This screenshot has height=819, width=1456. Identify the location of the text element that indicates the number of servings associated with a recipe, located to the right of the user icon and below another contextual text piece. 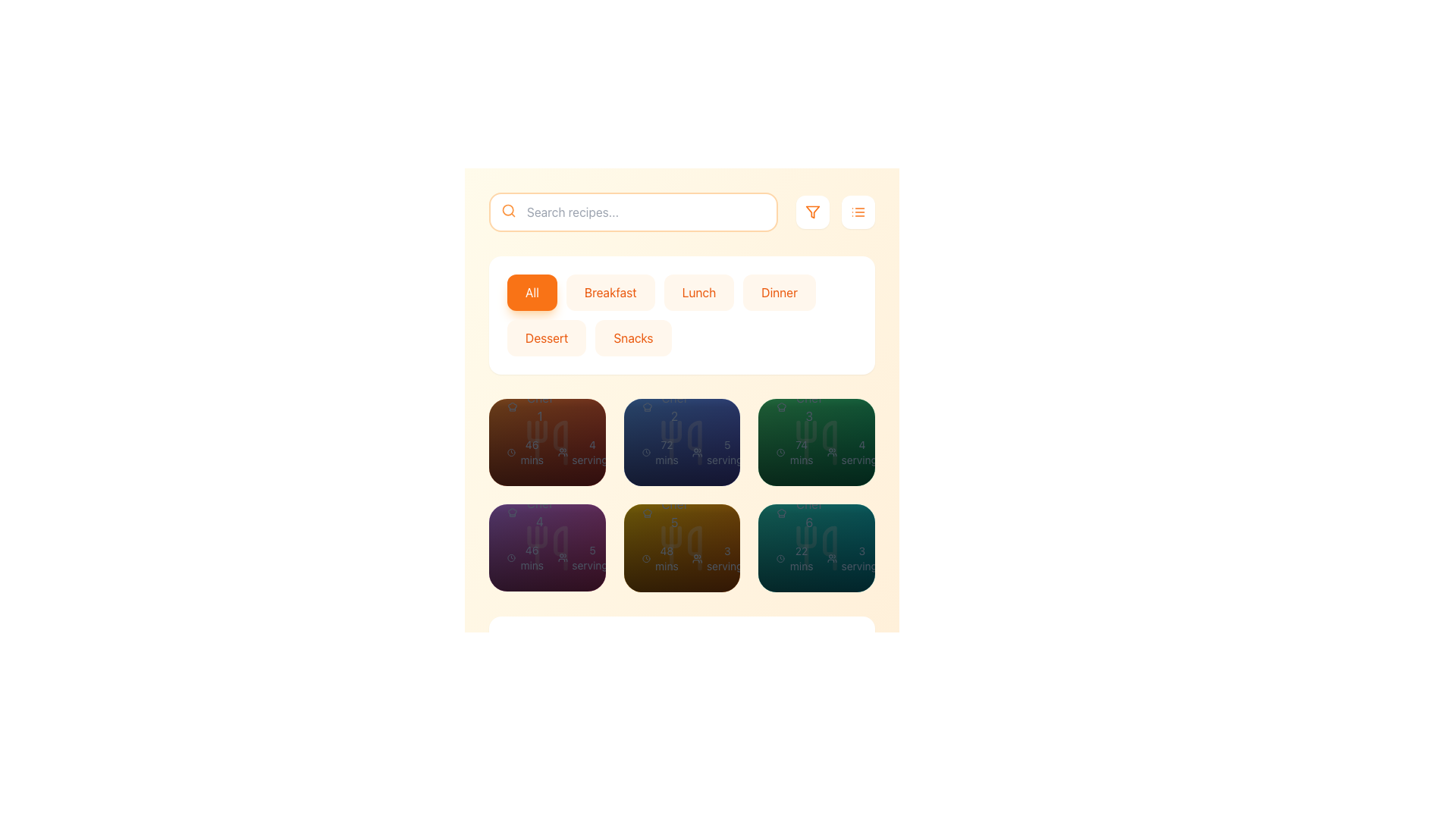
(720, 558).